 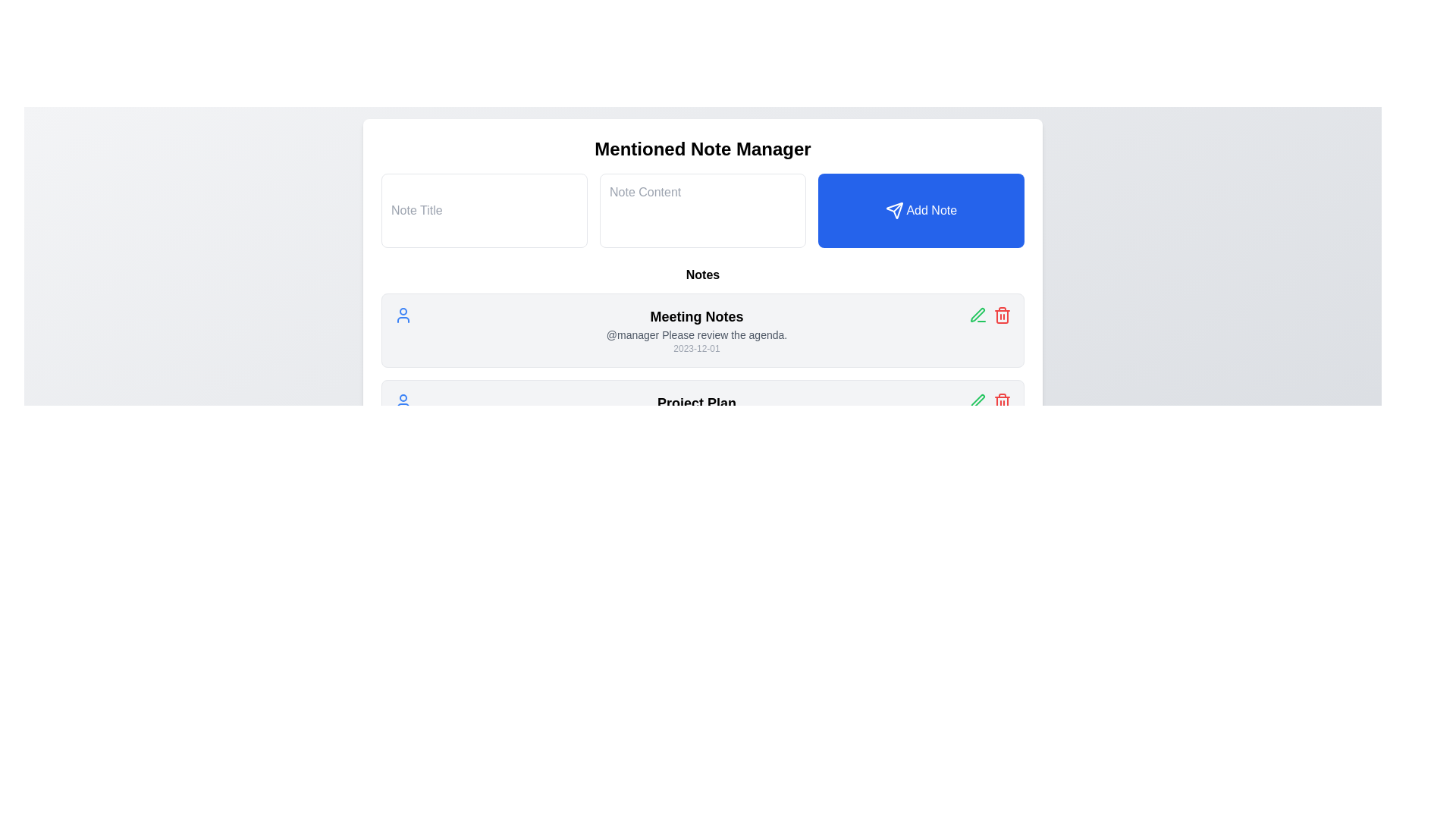 What do you see at coordinates (695, 348) in the screenshot?
I see `the text label displaying the date '2023-12-01' positioned below the message '@manager Please review the agenda.' in the Meeting Notes section` at bounding box center [695, 348].